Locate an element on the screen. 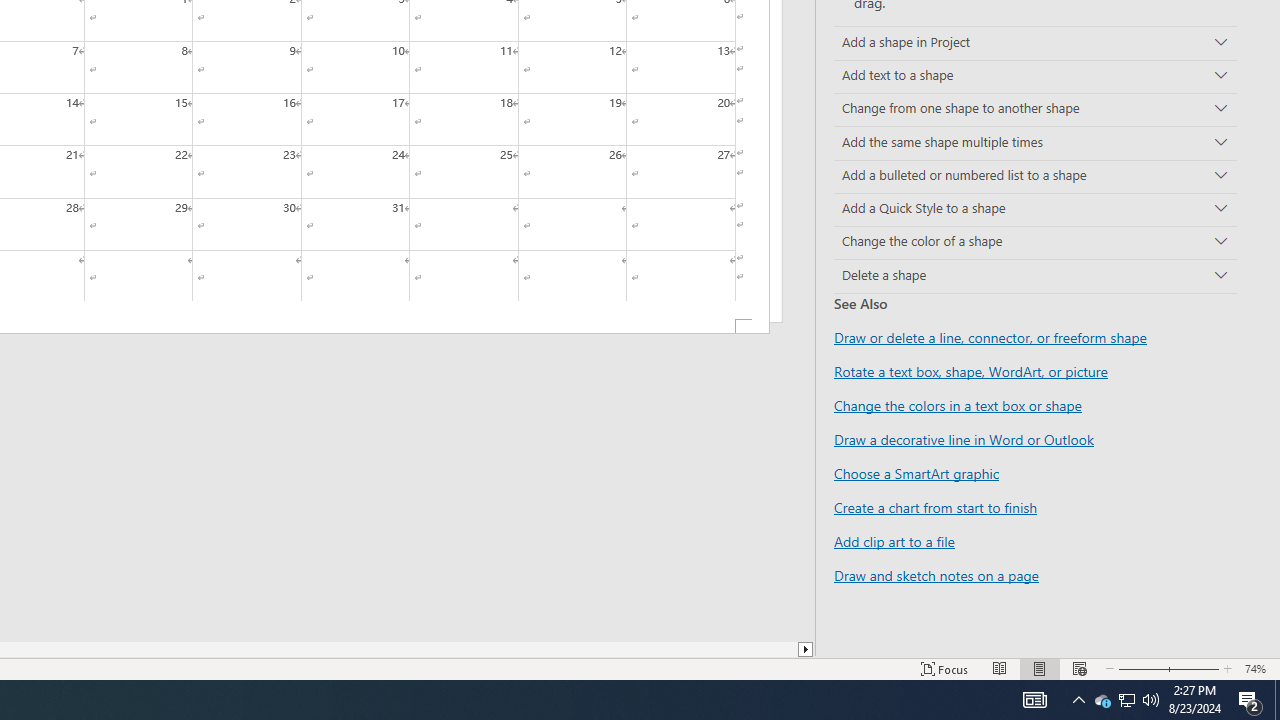 The height and width of the screenshot is (720, 1280). 'Read Mode' is located at coordinates (1000, 669).